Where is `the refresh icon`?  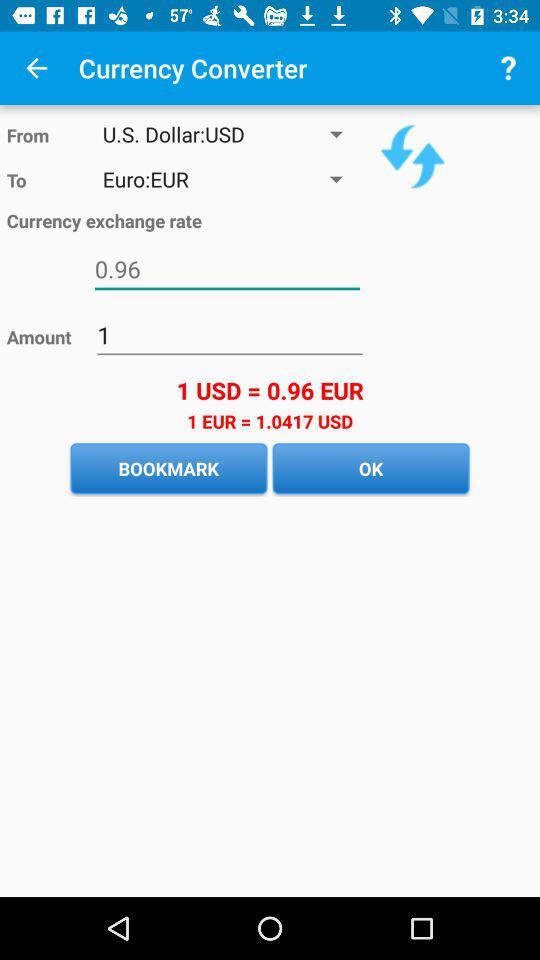
the refresh icon is located at coordinates (411, 155).